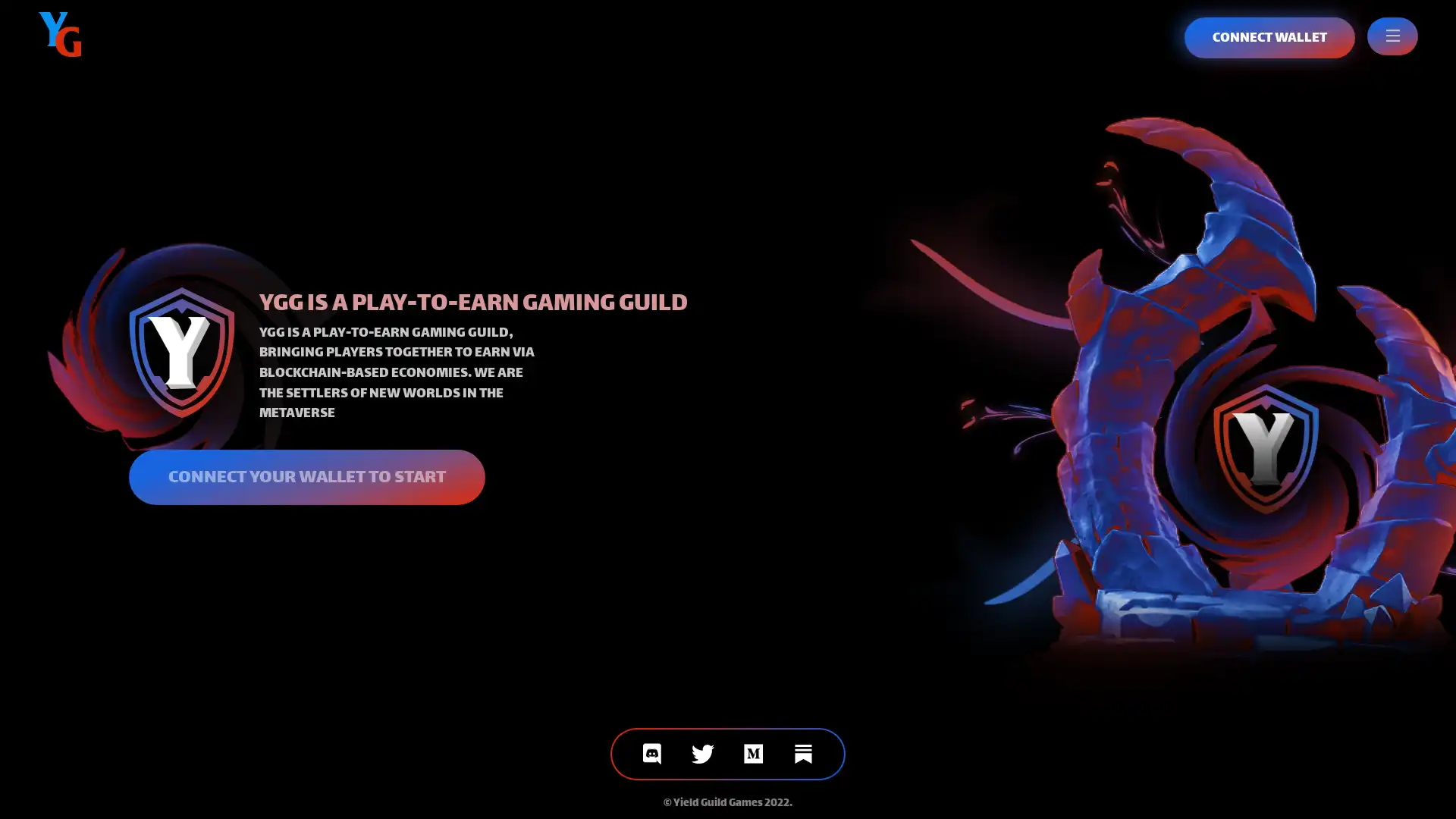 This screenshot has height=819, width=1456. I want to click on CONNECT YOUR WALLET TO START, so click(306, 475).